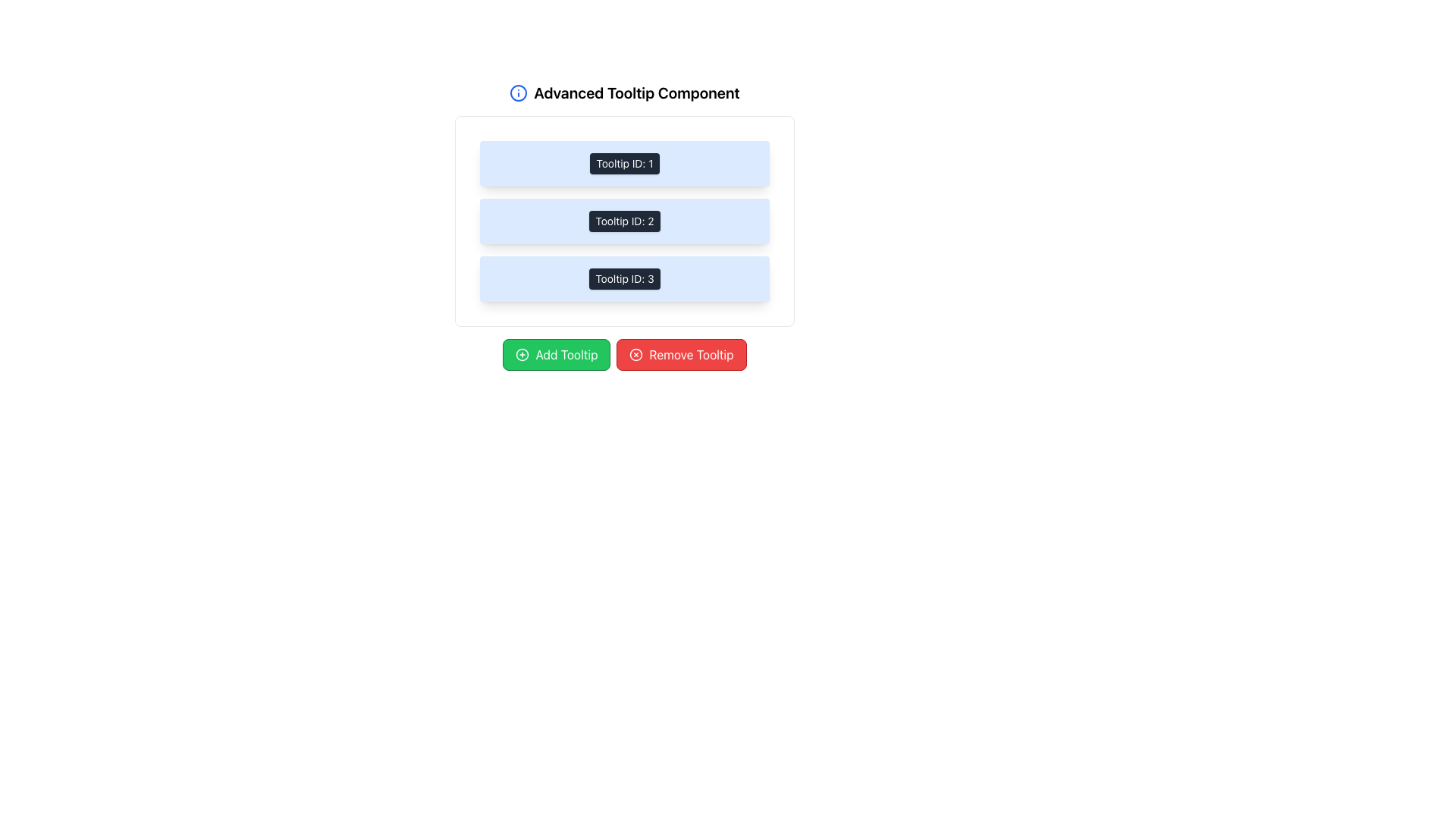 The width and height of the screenshot is (1456, 819). I want to click on the text displayed in the Tooltip label that shows 'Tooltip ID: 2', which is the second element in a vertical list of tooltips, so click(625, 221).